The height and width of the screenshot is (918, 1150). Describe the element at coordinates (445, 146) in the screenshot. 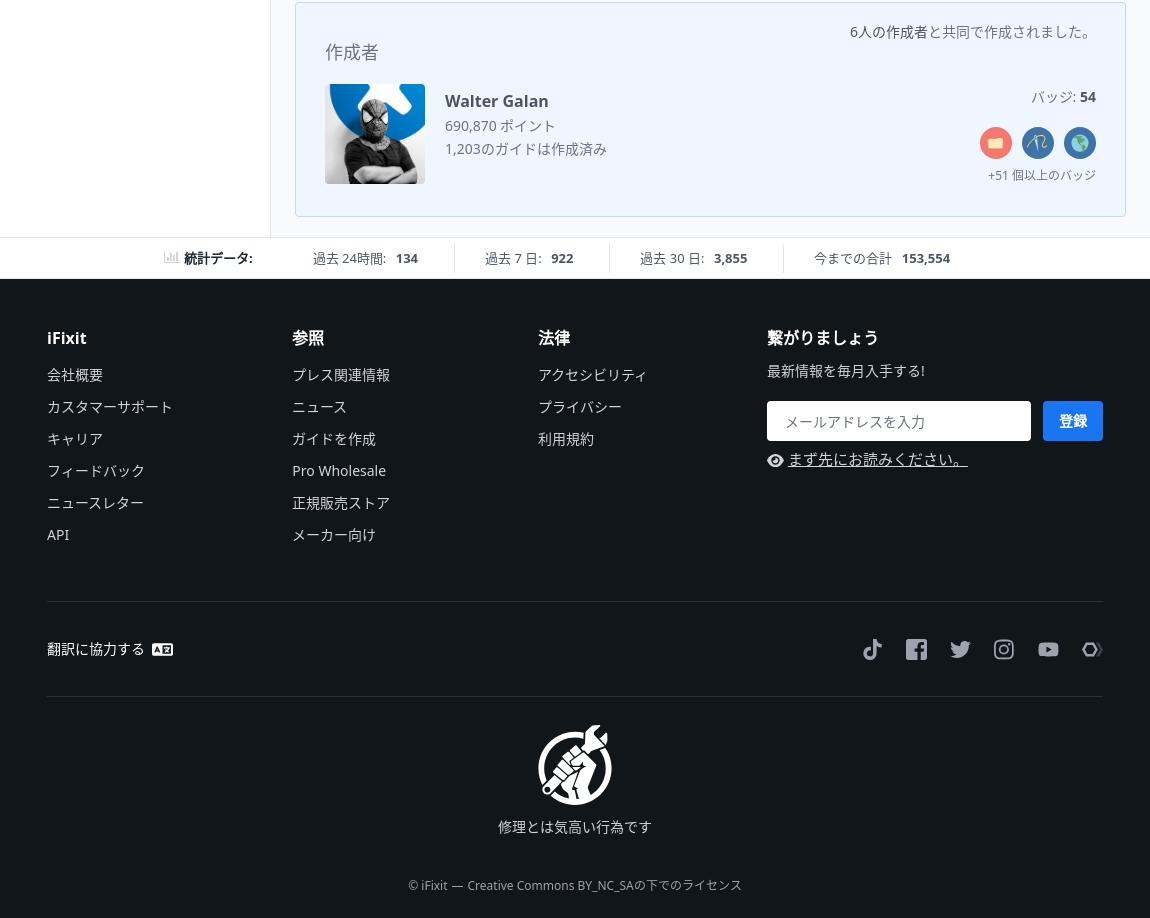

I see `'1,203のガイドは作成済み'` at that location.